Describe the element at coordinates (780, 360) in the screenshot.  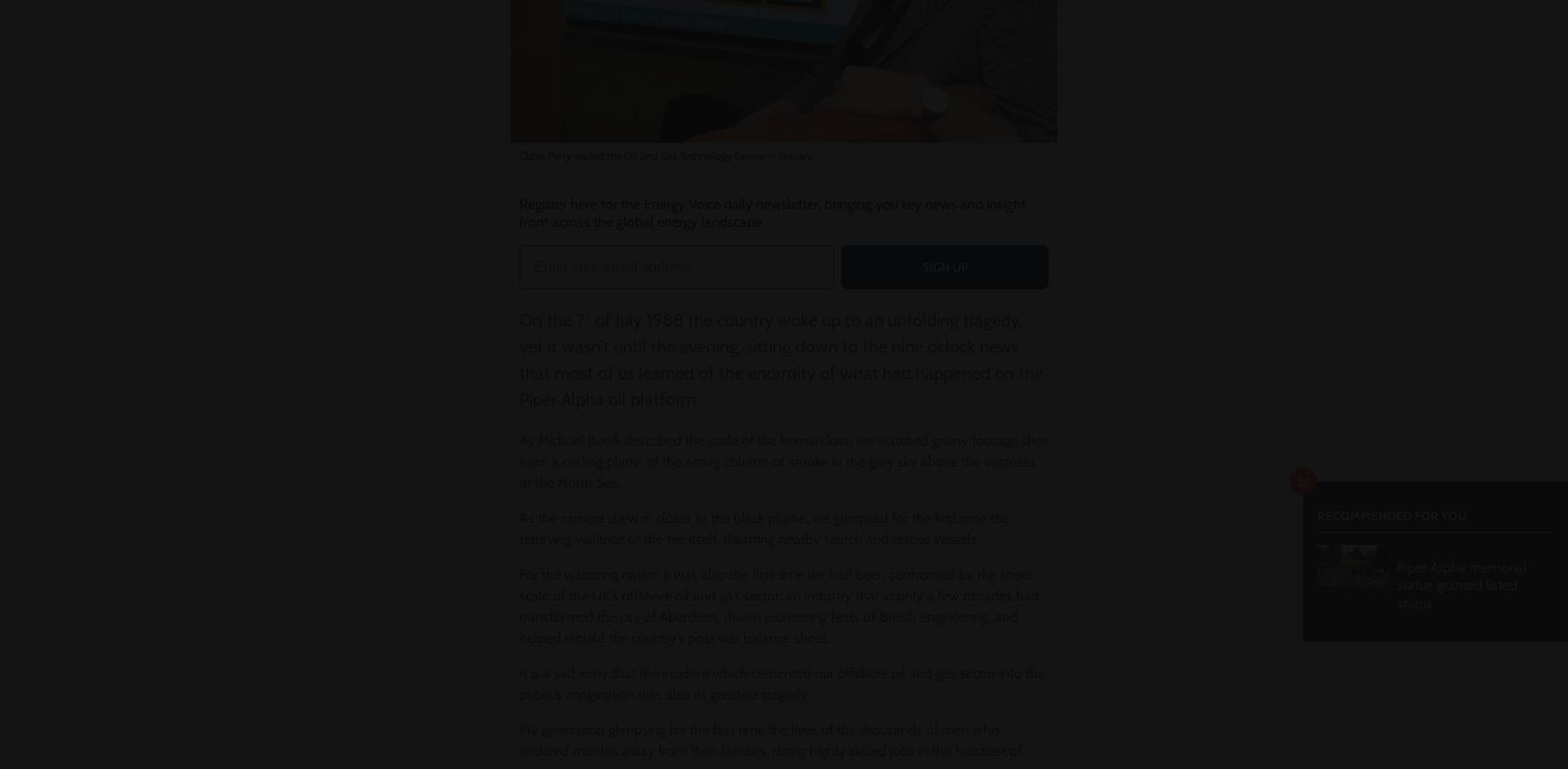
I see `'of July 1988 the country woke up to an unfolding tragedy, yet it wasn’t until the evening, sitting down to the nine o’clock news that most of us learned of the enormity of what had happened on the Piper Alpha oil platform.'` at that location.